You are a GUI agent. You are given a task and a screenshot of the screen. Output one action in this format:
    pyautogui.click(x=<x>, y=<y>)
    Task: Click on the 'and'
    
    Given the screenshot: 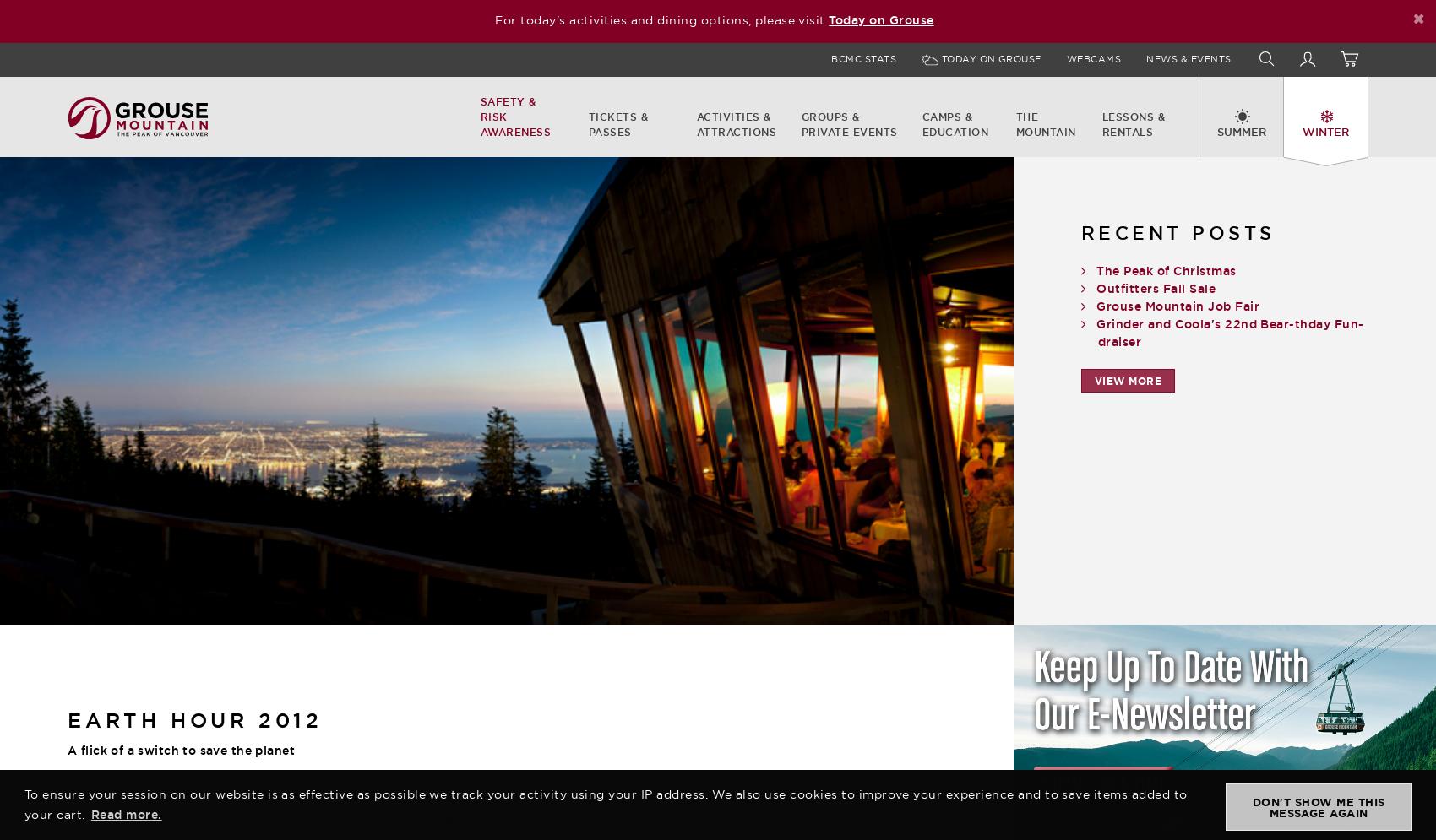 What is the action you would take?
    pyautogui.click(x=340, y=821)
    